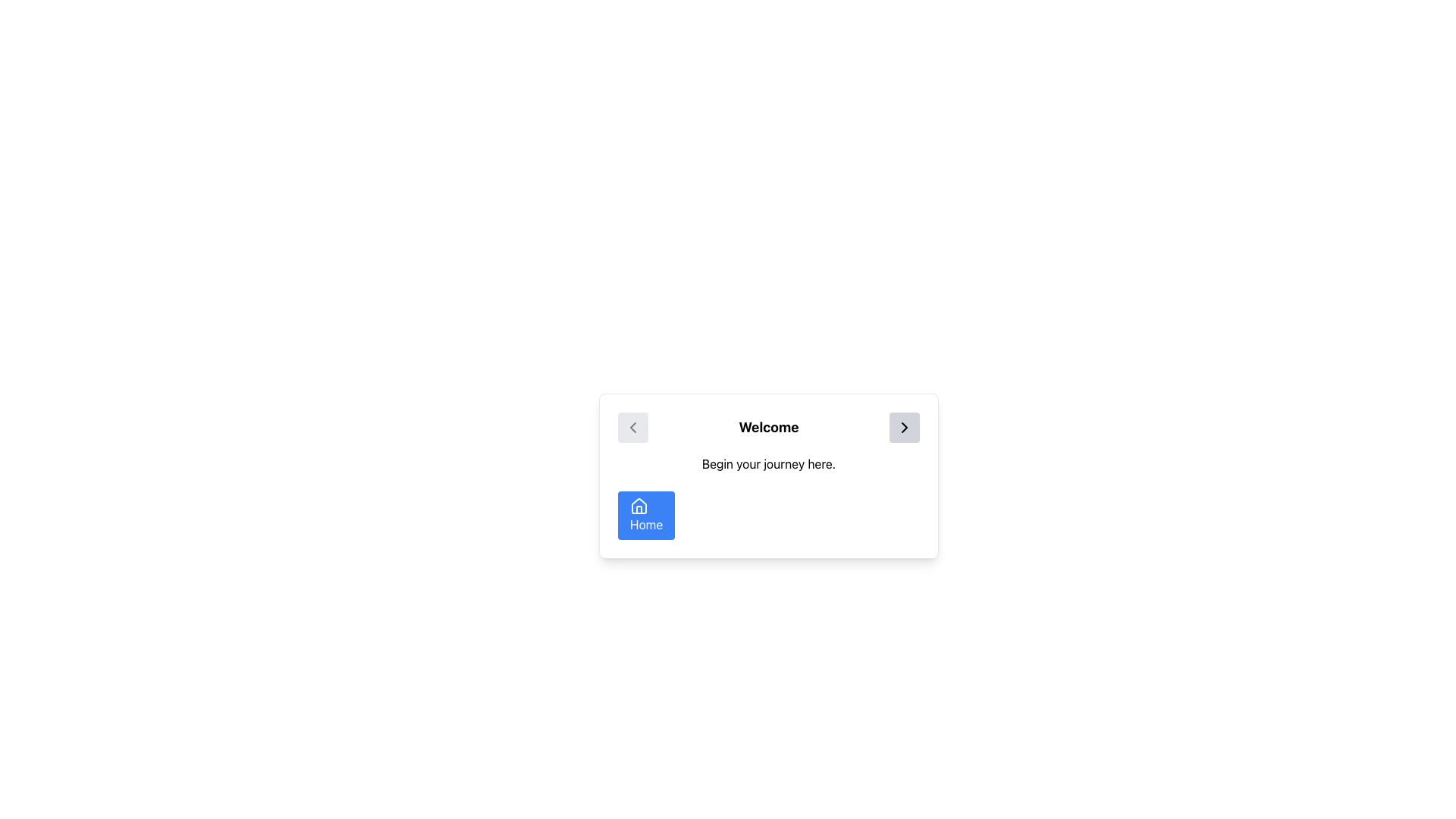 The width and height of the screenshot is (1456, 819). What do you see at coordinates (904, 427) in the screenshot?
I see `the rightward chevron icon located inside the rightmost button of the navigational buttons, which is positioned at the top-right corner of the card-like UI component` at bounding box center [904, 427].